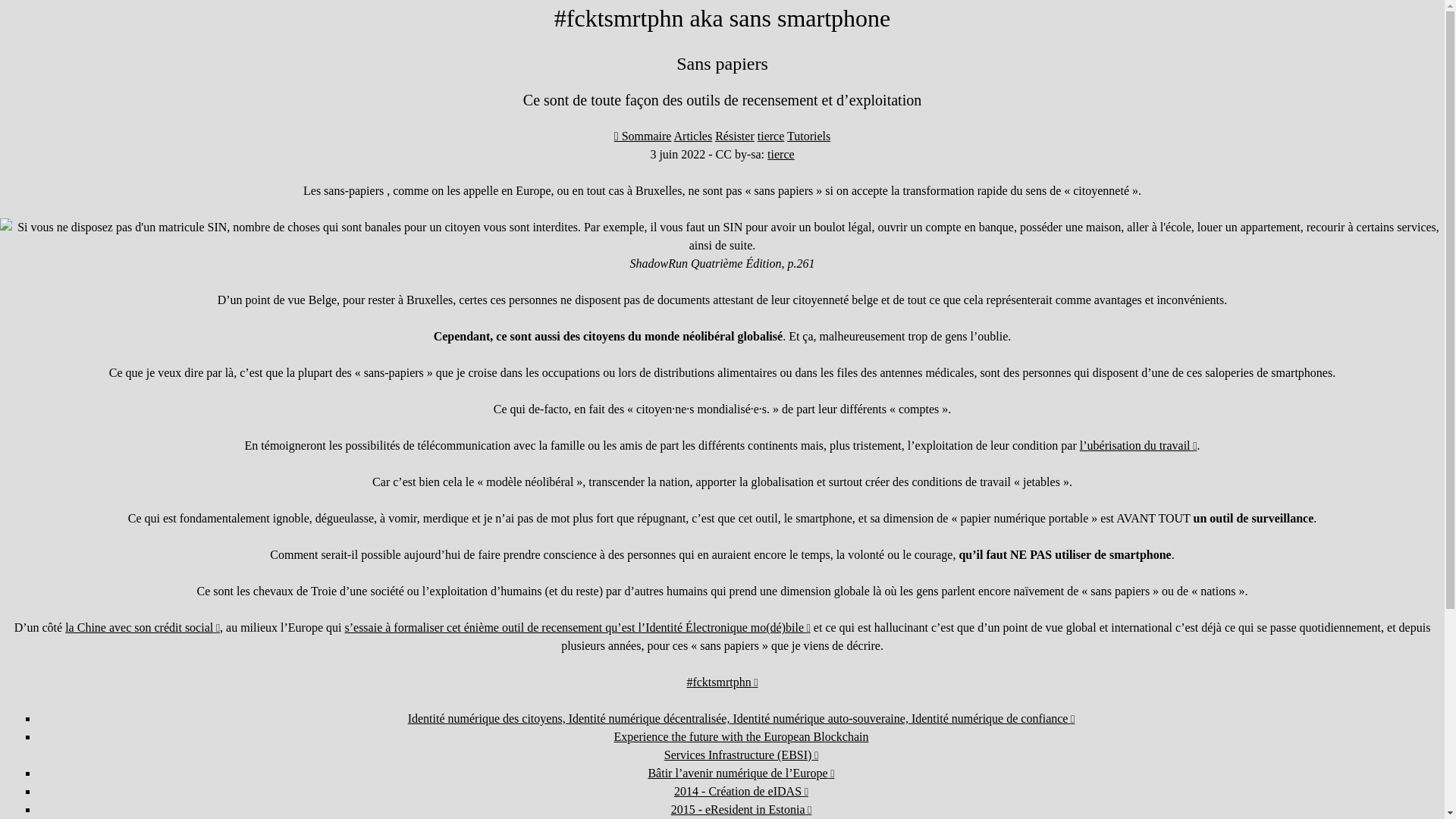  What do you see at coordinates (786, 135) in the screenshot?
I see `'Tutoriels'` at bounding box center [786, 135].